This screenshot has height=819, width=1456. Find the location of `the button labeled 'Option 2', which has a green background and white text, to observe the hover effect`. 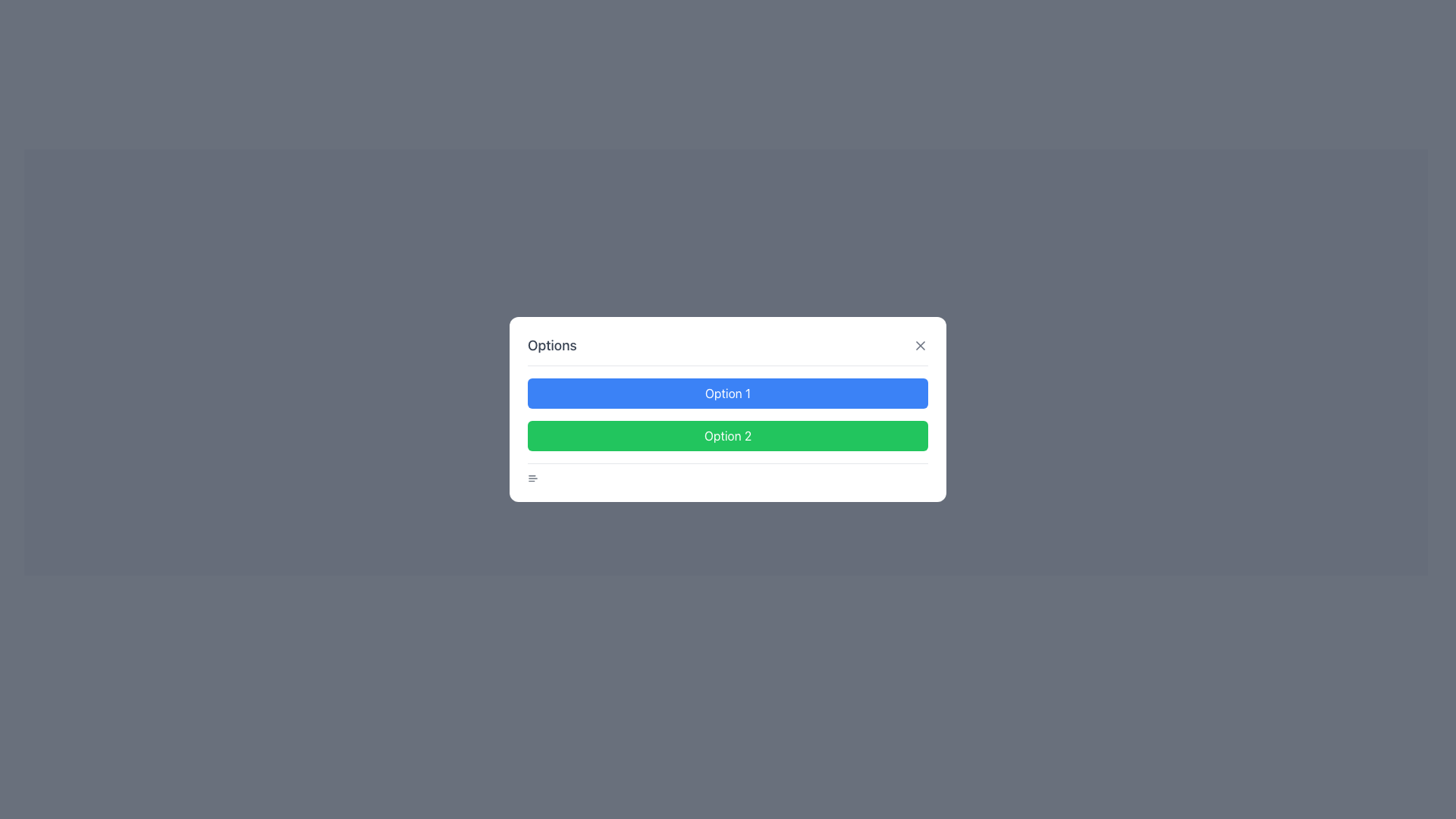

the button labeled 'Option 2', which has a green background and white text, to observe the hover effect is located at coordinates (728, 435).